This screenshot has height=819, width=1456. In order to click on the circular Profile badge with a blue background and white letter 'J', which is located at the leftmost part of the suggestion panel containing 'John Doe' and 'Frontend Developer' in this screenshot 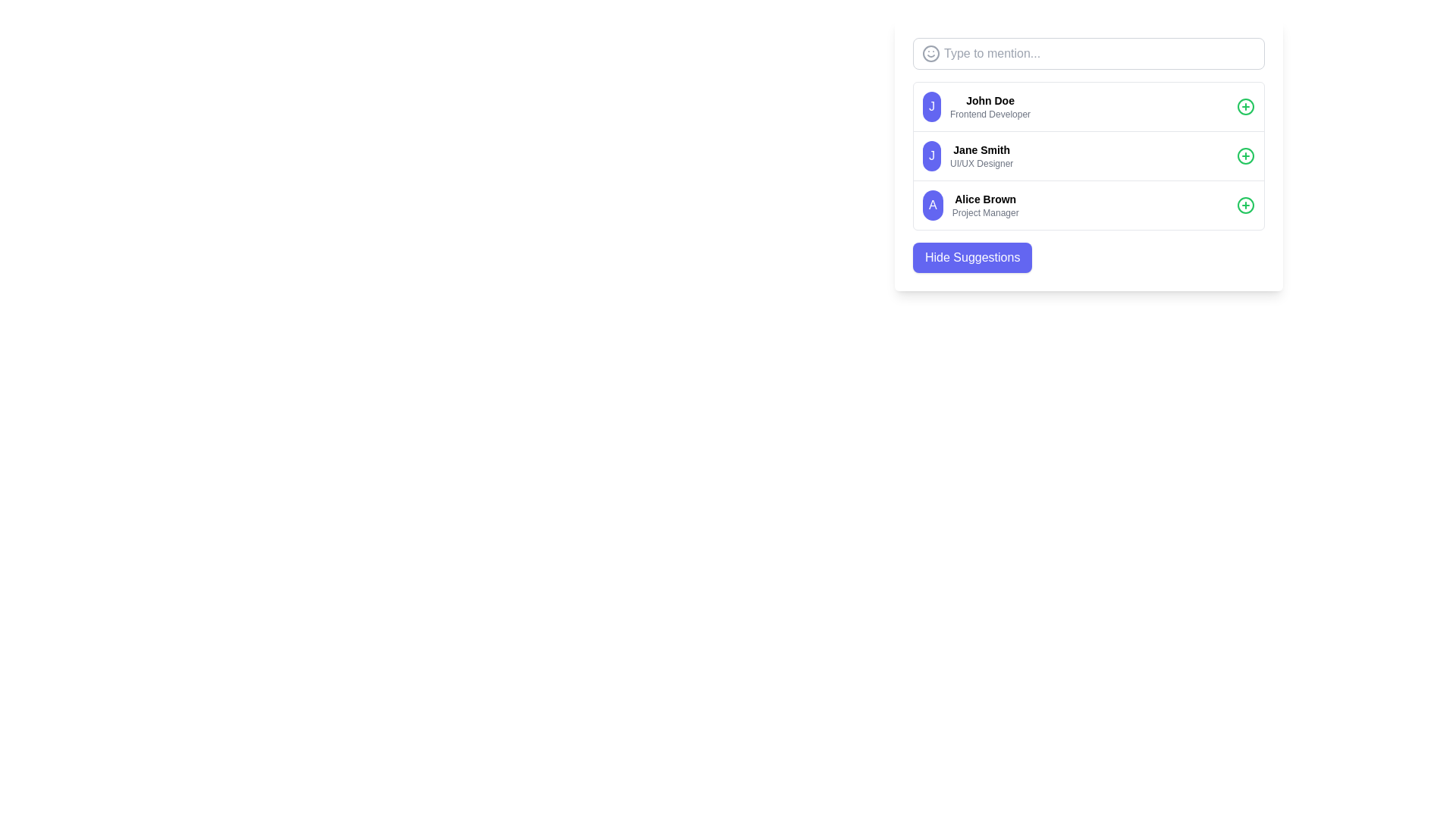, I will do `click(930, 106)`.